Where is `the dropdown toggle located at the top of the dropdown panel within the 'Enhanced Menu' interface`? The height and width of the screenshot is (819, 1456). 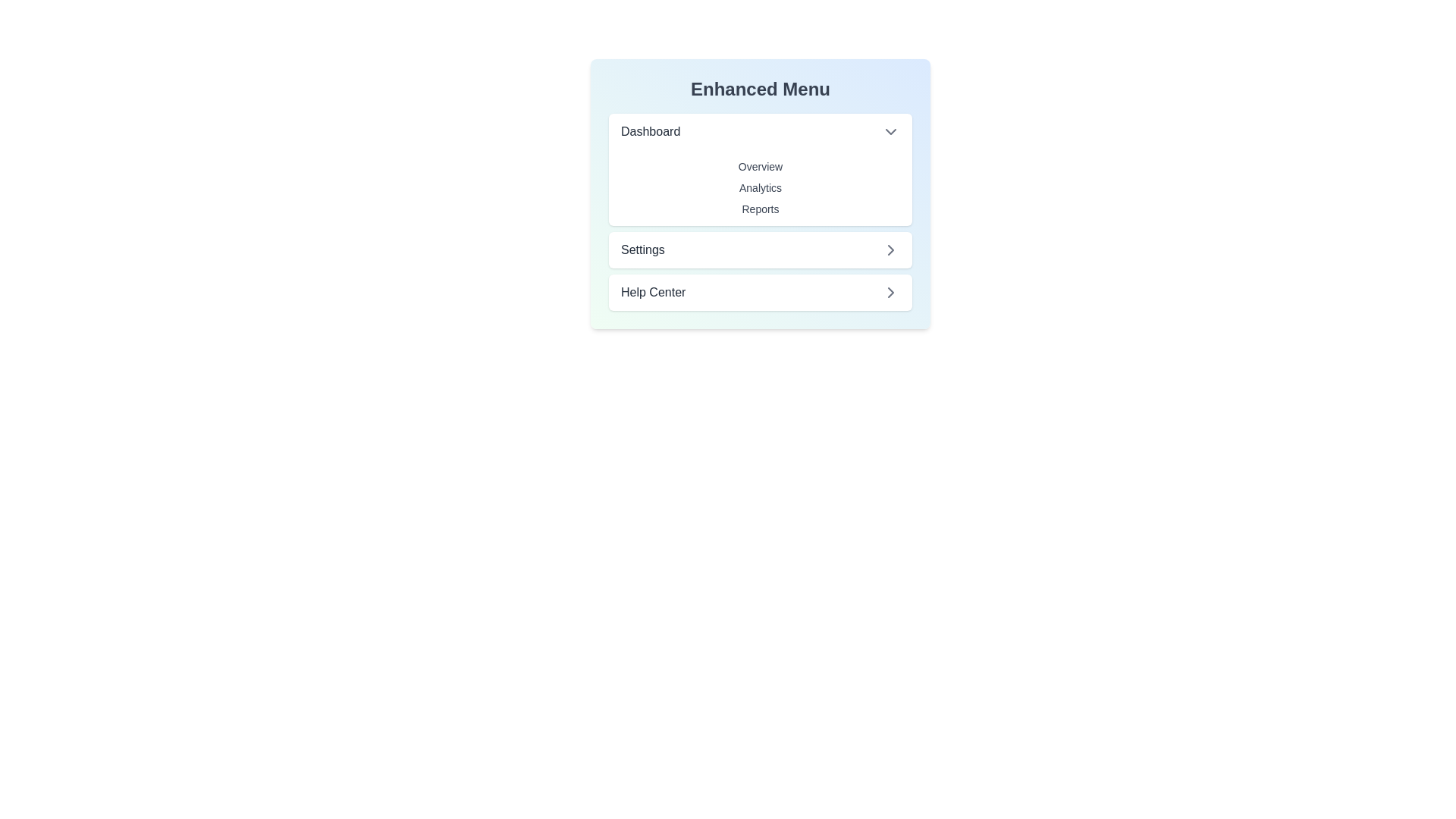
the dropdown toggle located at the top of the dropdown panel within the 'Enhanced Menu' interface is located at coordinates (761, 130).